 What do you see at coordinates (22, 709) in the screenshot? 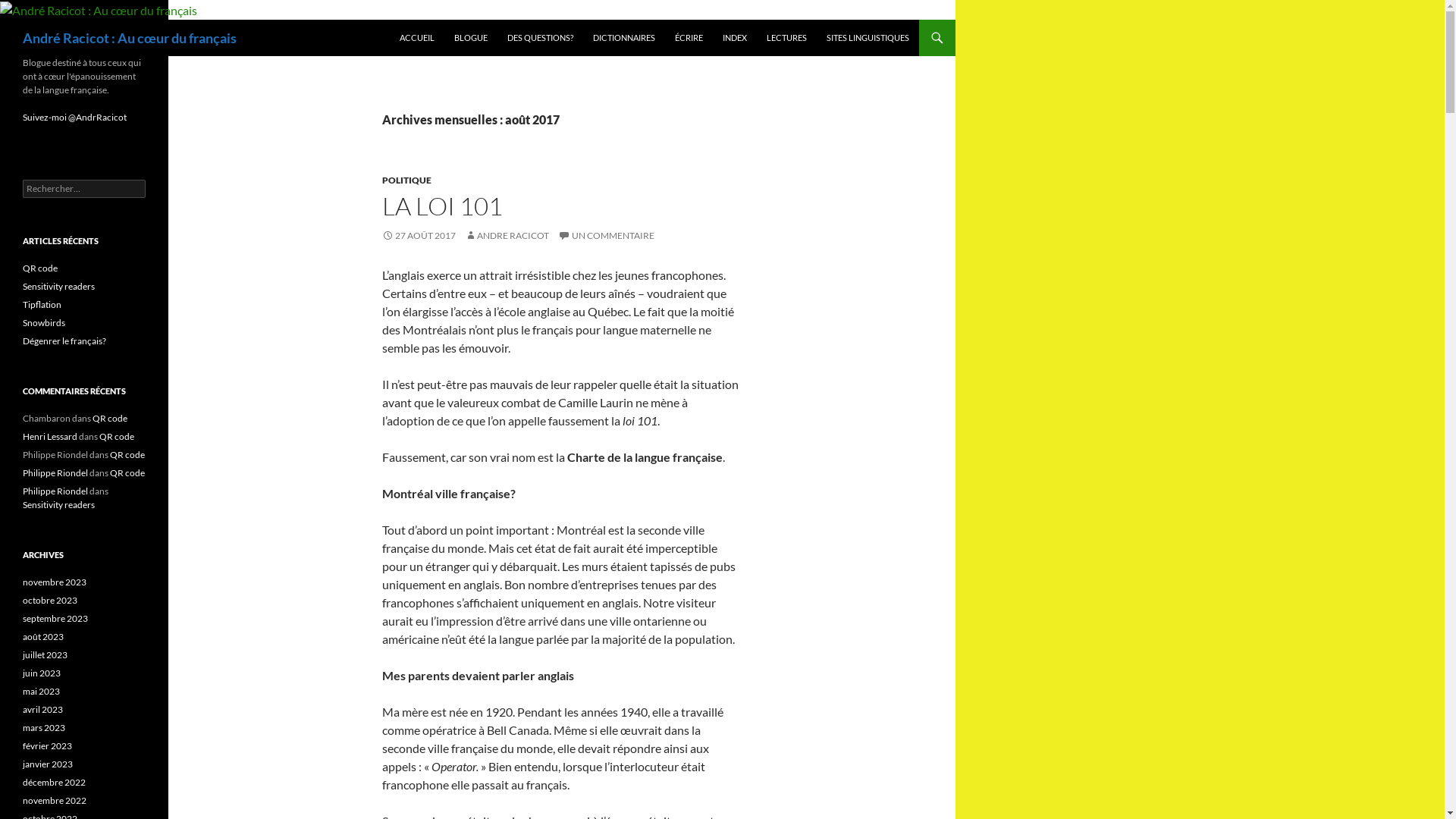
I see `'avril 2023'` at bounding box center [22, 709].